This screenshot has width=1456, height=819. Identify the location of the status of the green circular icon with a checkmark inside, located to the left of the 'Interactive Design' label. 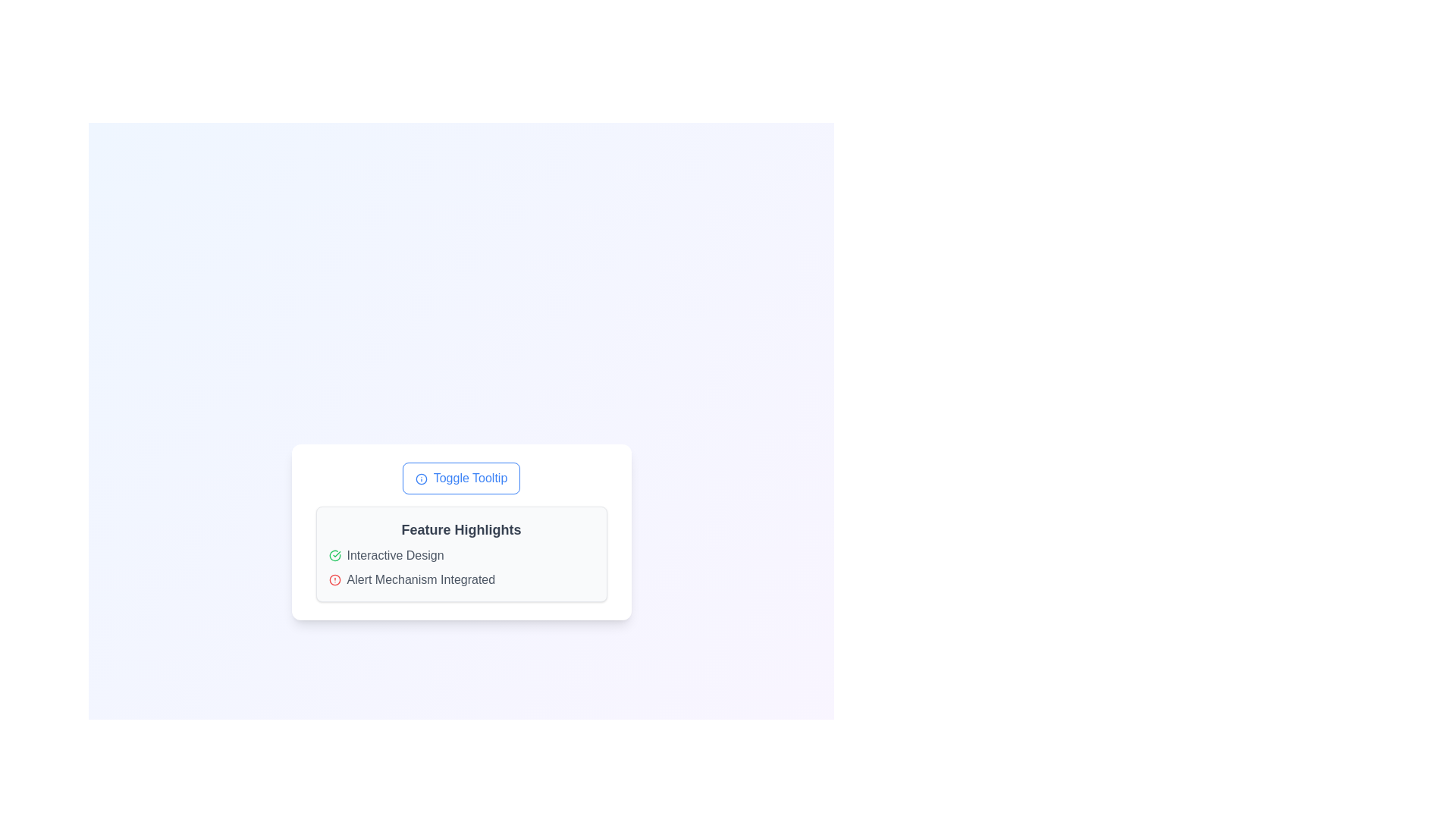
(334, 555).